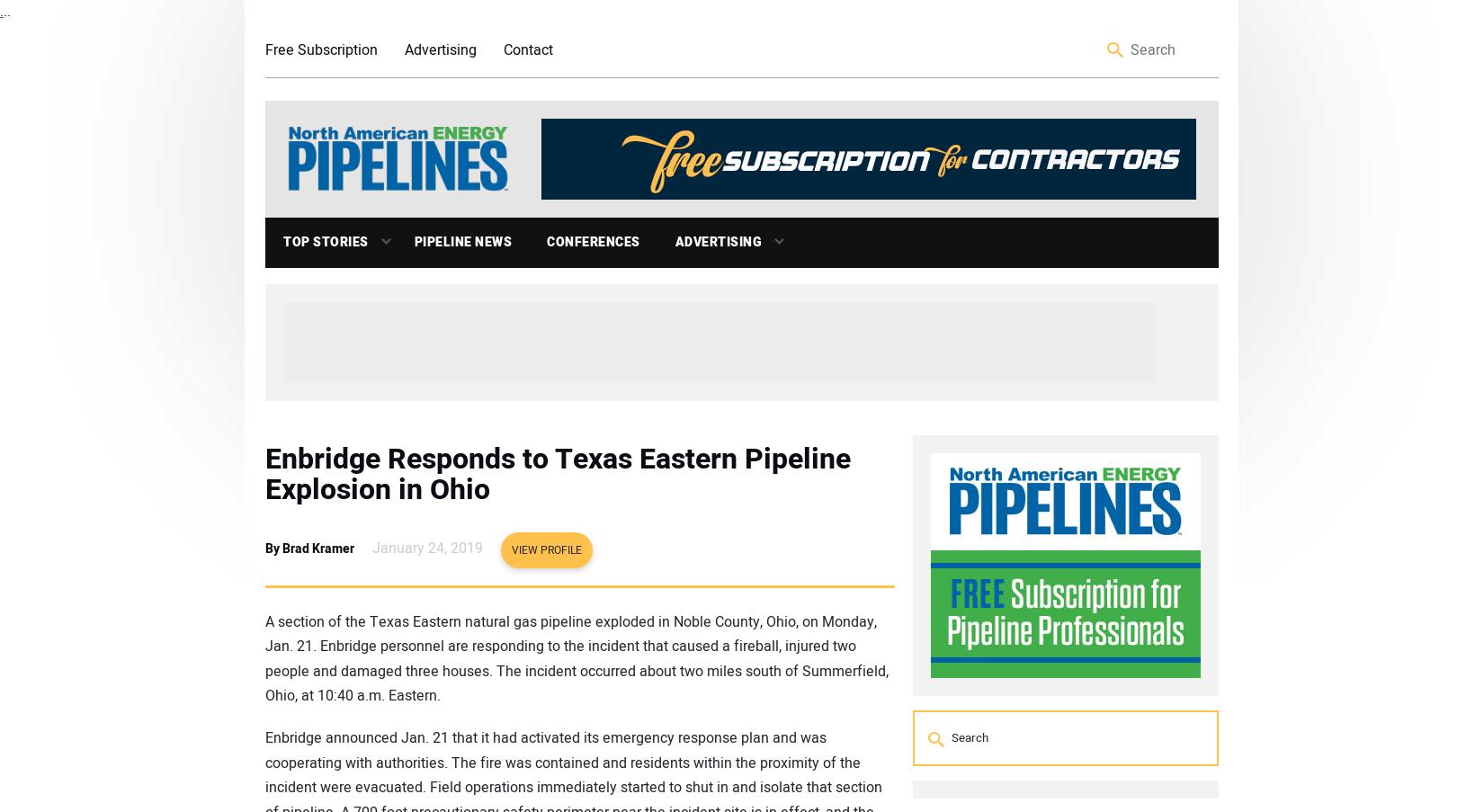 The width and height of the screenshot is (1484, 812). What do you see at coordinates (265, 49) in the screenshot?
I see `'Free Subscription'` at bounding box center [265, 49].